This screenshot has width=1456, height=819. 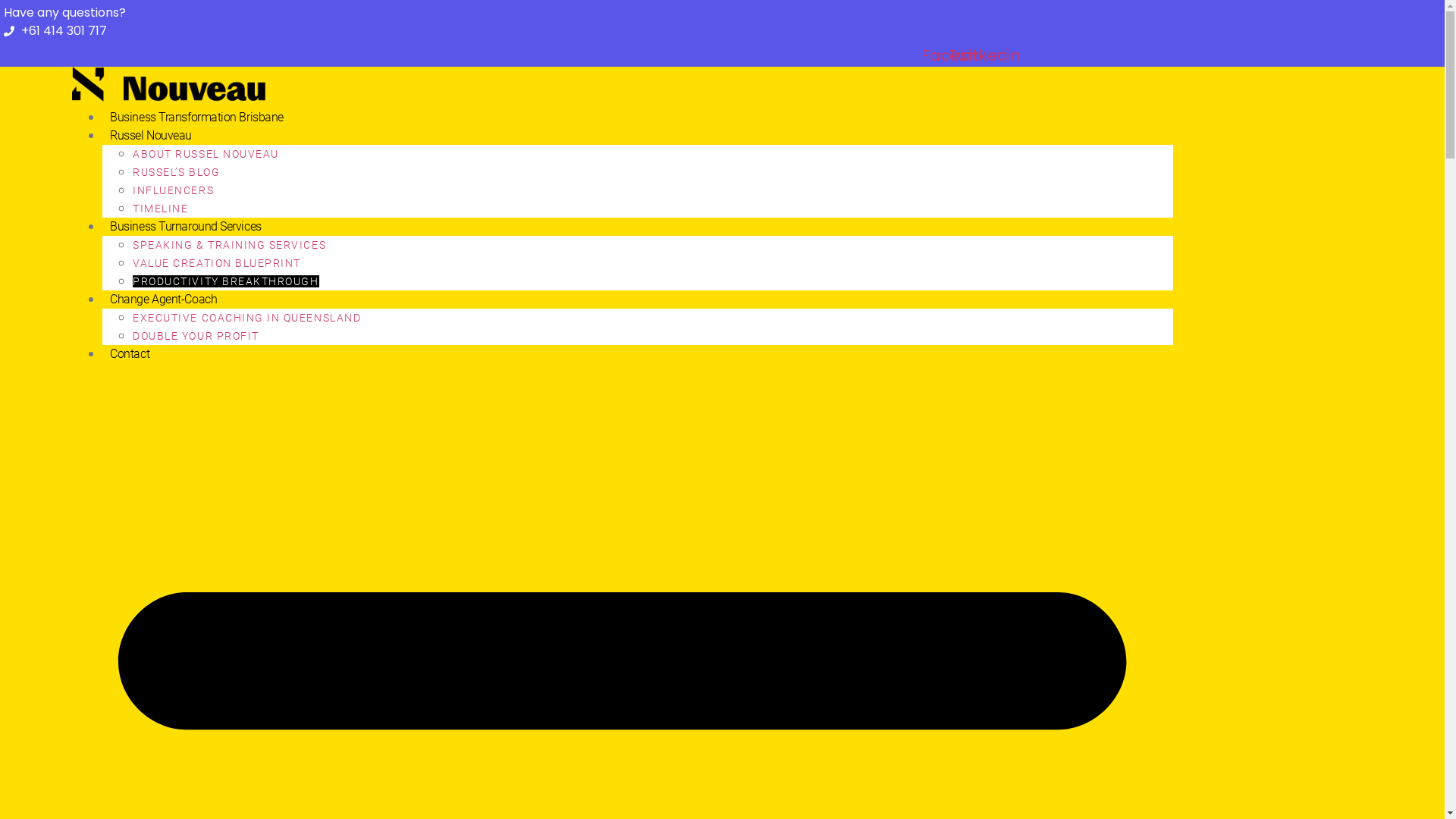 I want to click on 'Facebook', so click(x=950, y=55).